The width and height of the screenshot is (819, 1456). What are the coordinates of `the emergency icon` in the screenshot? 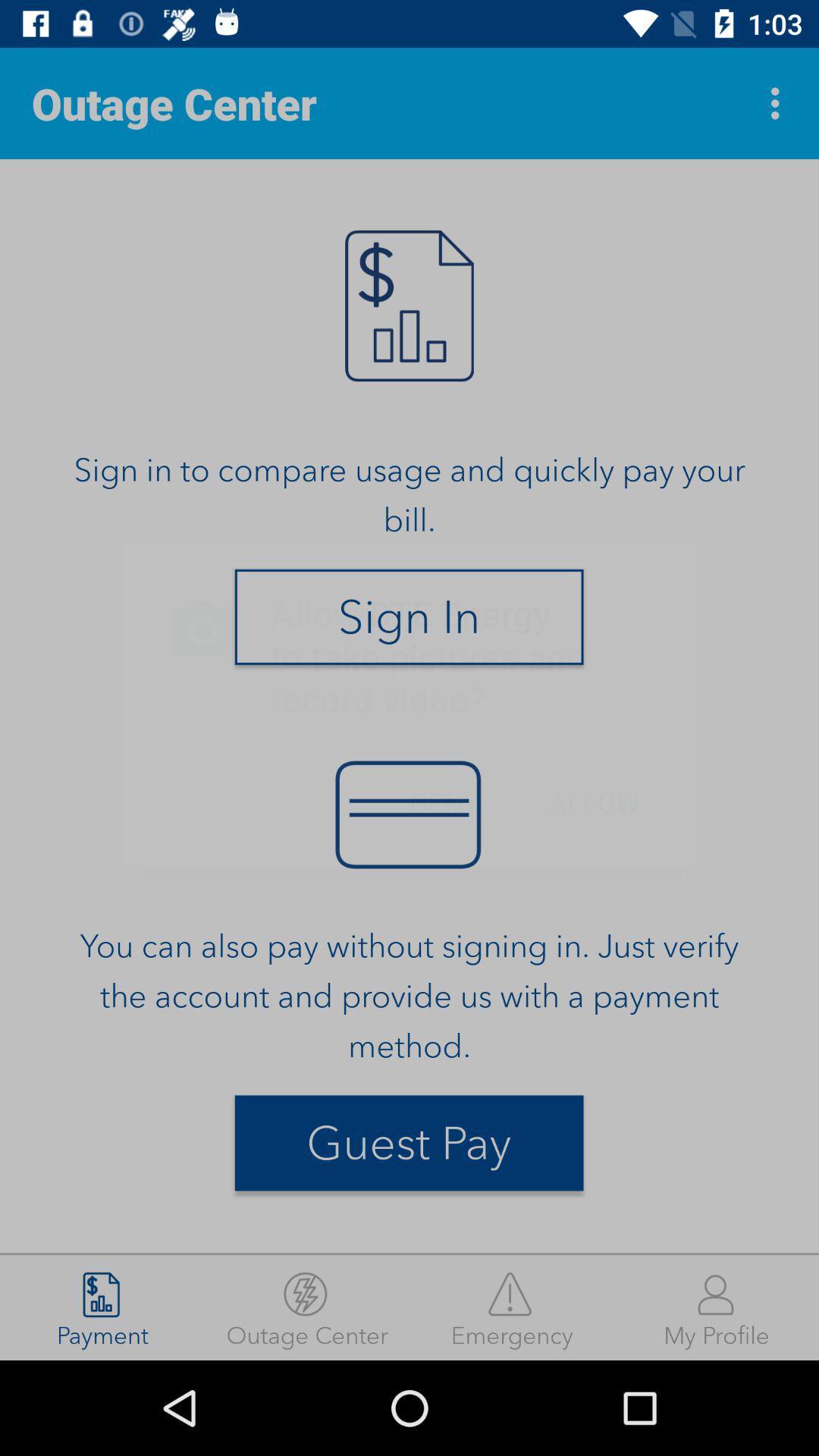 It's located at (512, 1307).